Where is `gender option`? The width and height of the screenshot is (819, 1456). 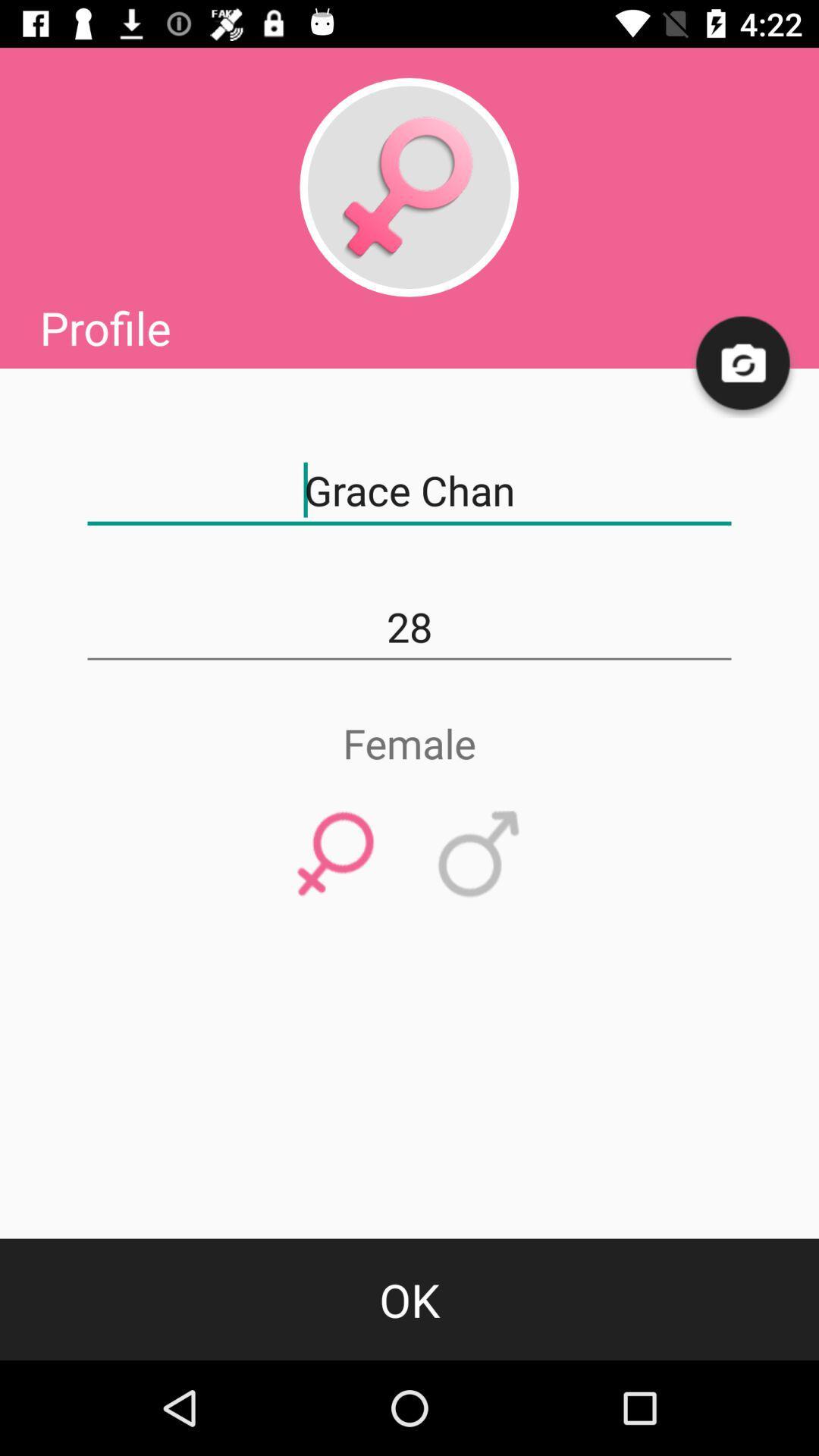
gender option is located at coordinates (408, 187).